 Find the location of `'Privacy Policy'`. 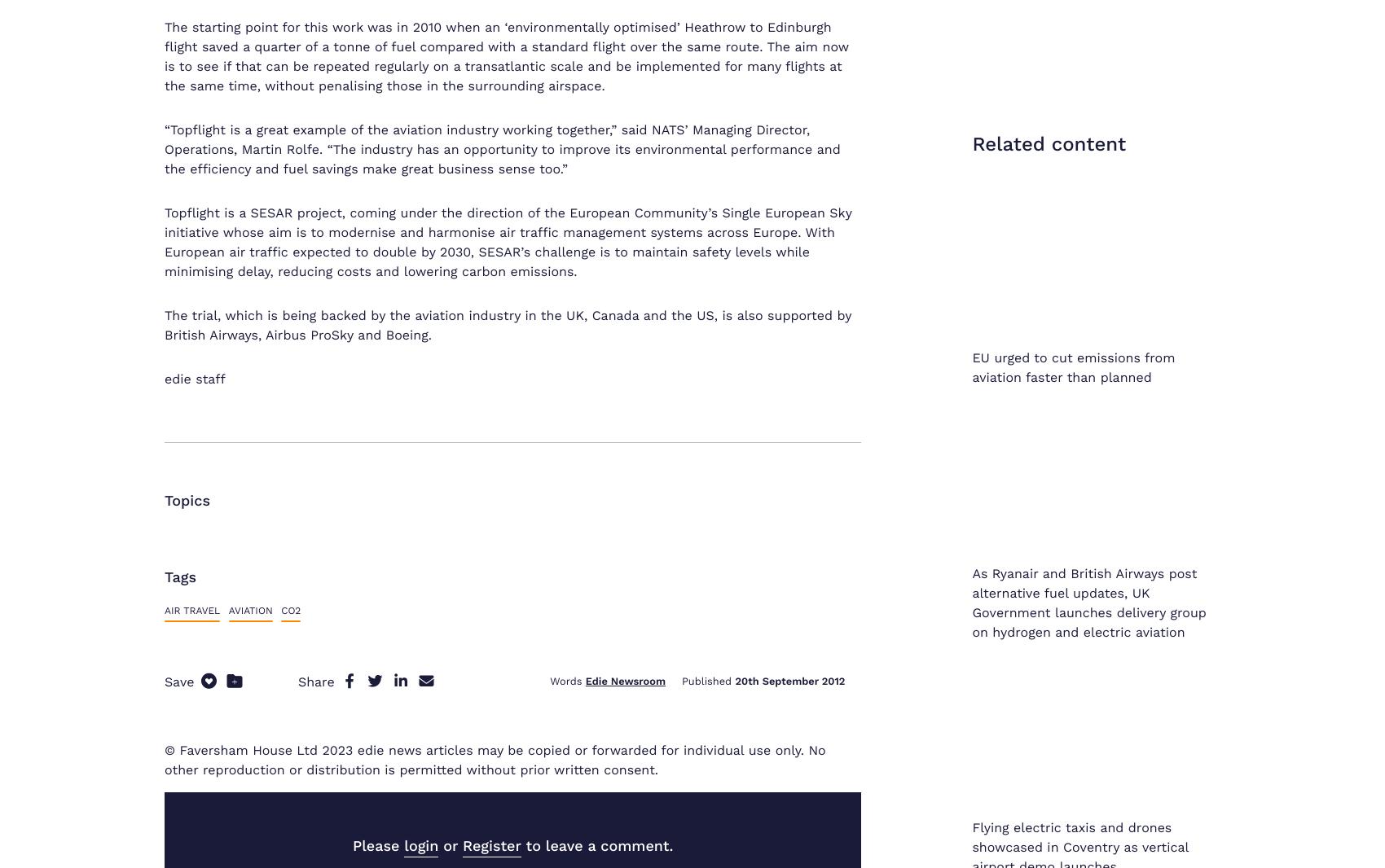

'Privacy Policy' is located at coordinates (1104, 612).